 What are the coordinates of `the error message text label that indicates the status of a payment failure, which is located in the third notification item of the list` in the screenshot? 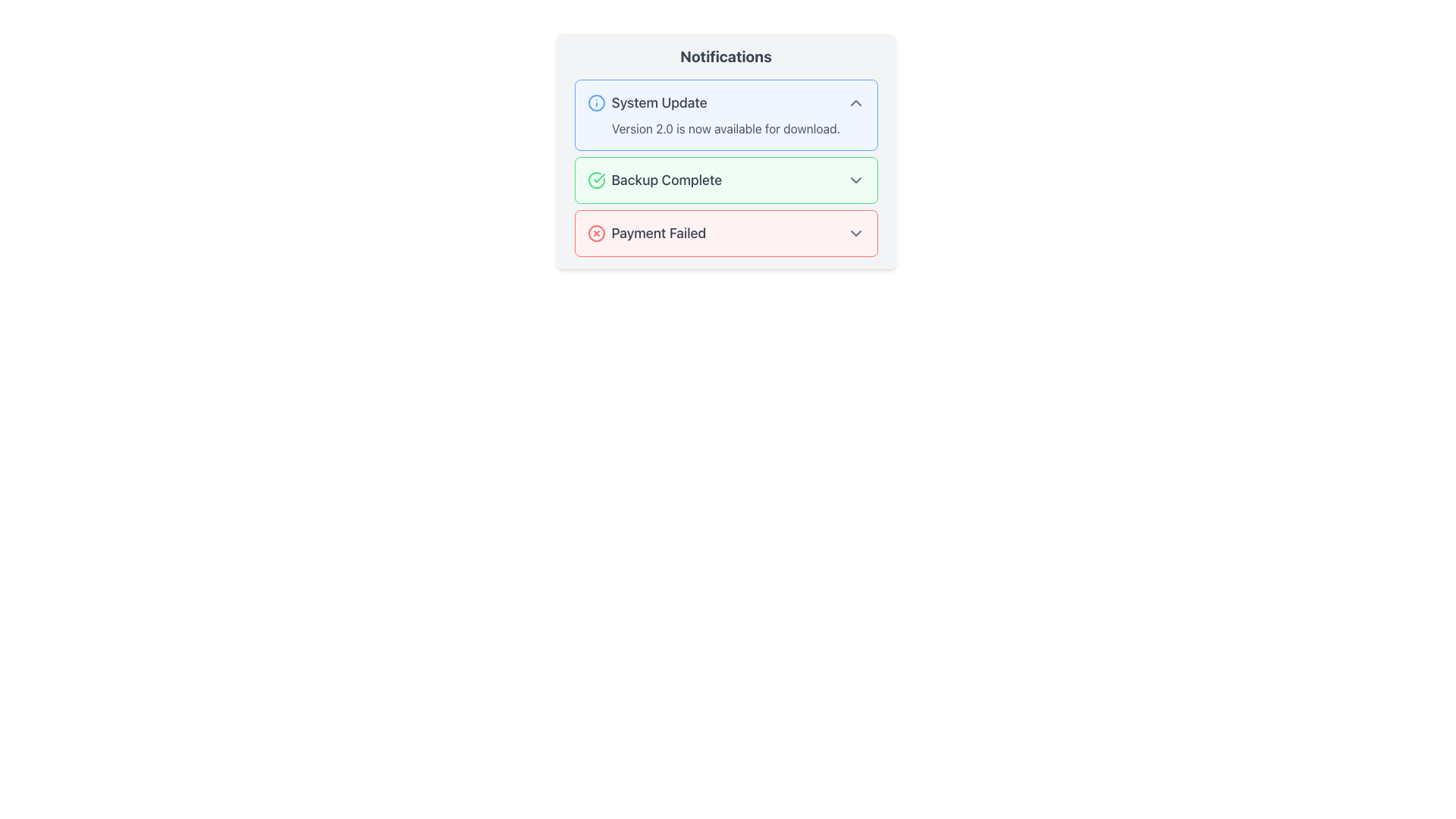 It's located at (646, 234).